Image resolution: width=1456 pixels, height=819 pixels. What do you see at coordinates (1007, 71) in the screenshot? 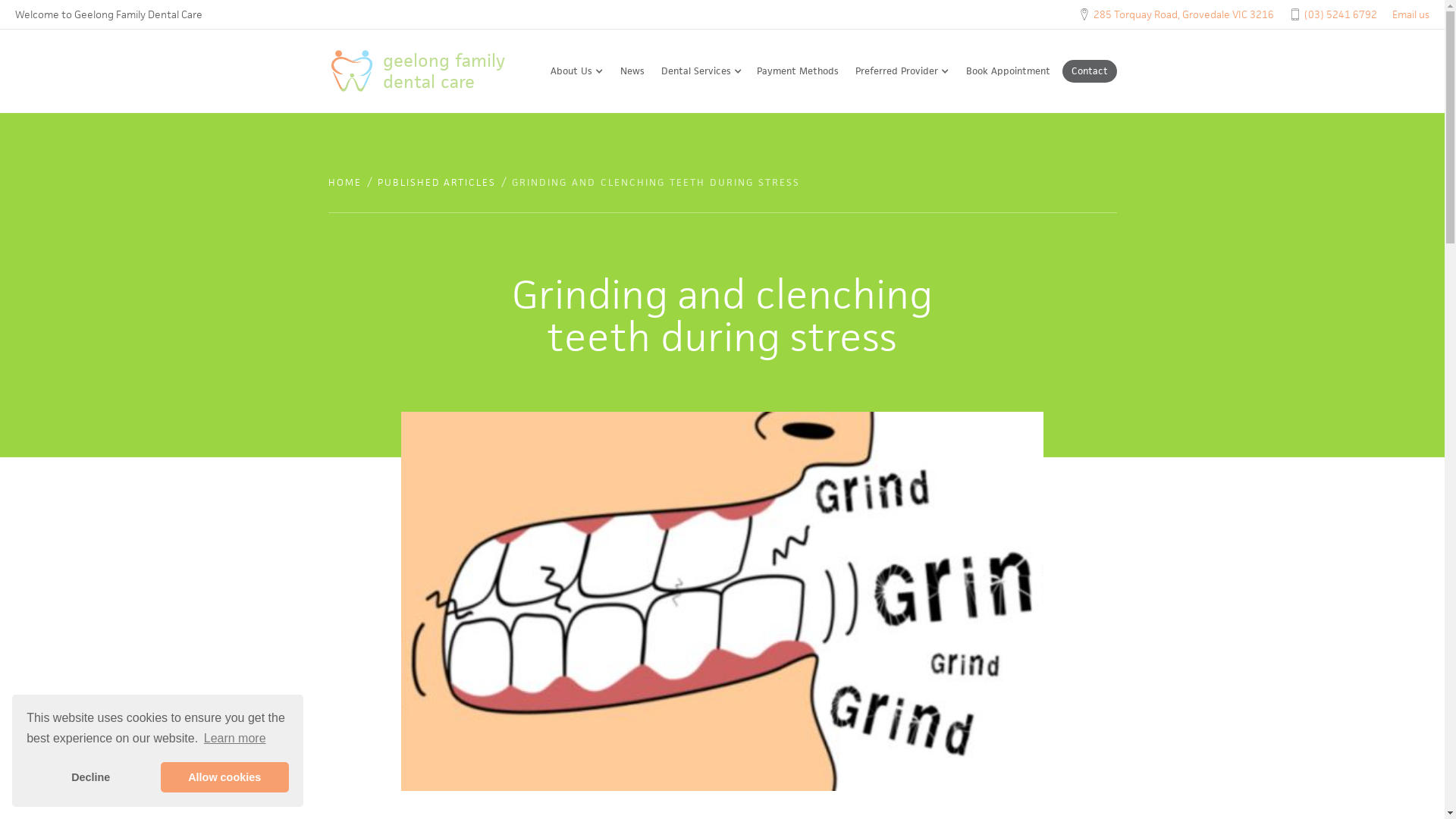
I see `'Book Appointment'` at bounding box center [1007, 71].